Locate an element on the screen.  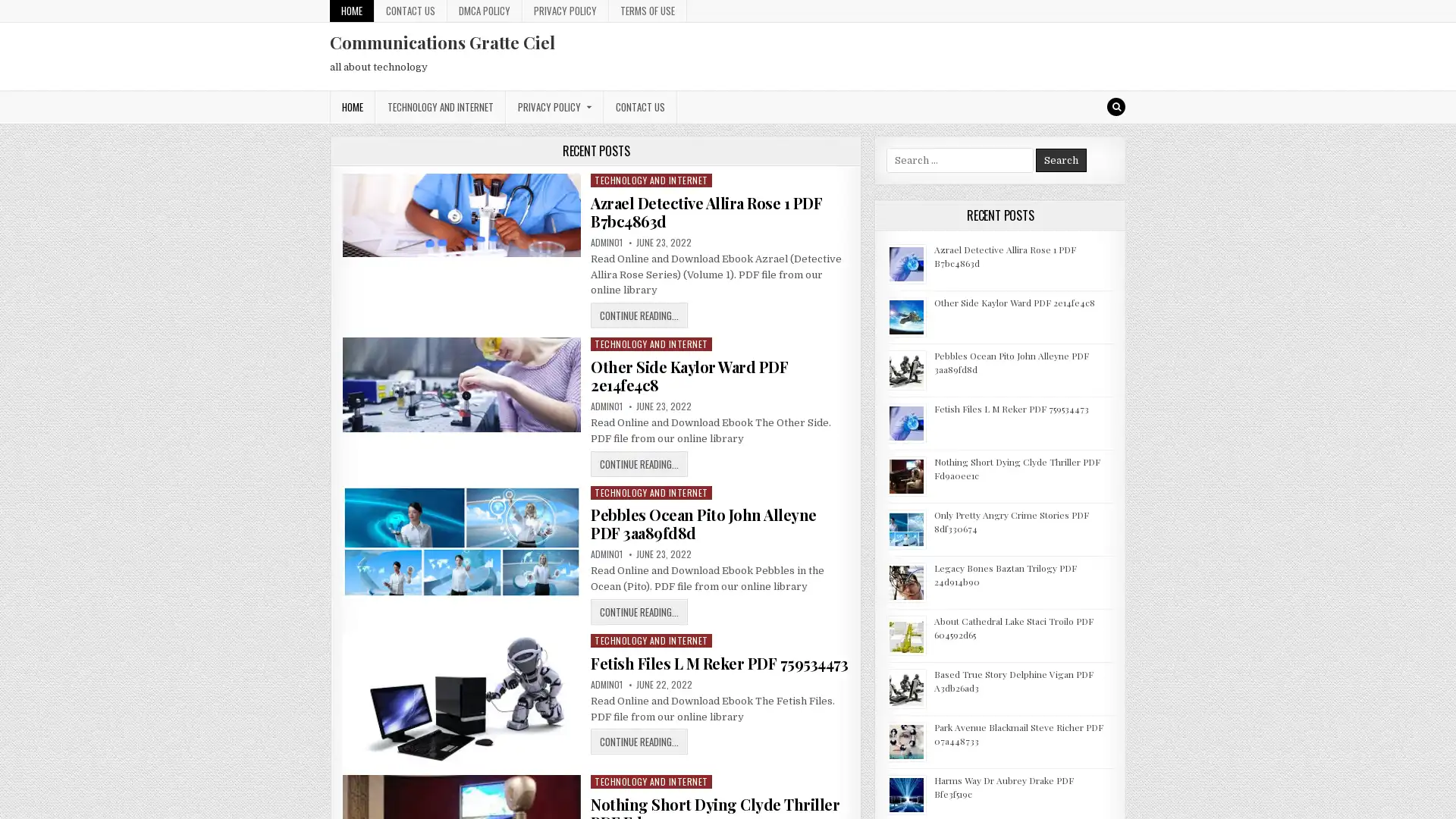
Search is located at coordinates (1060, 160).